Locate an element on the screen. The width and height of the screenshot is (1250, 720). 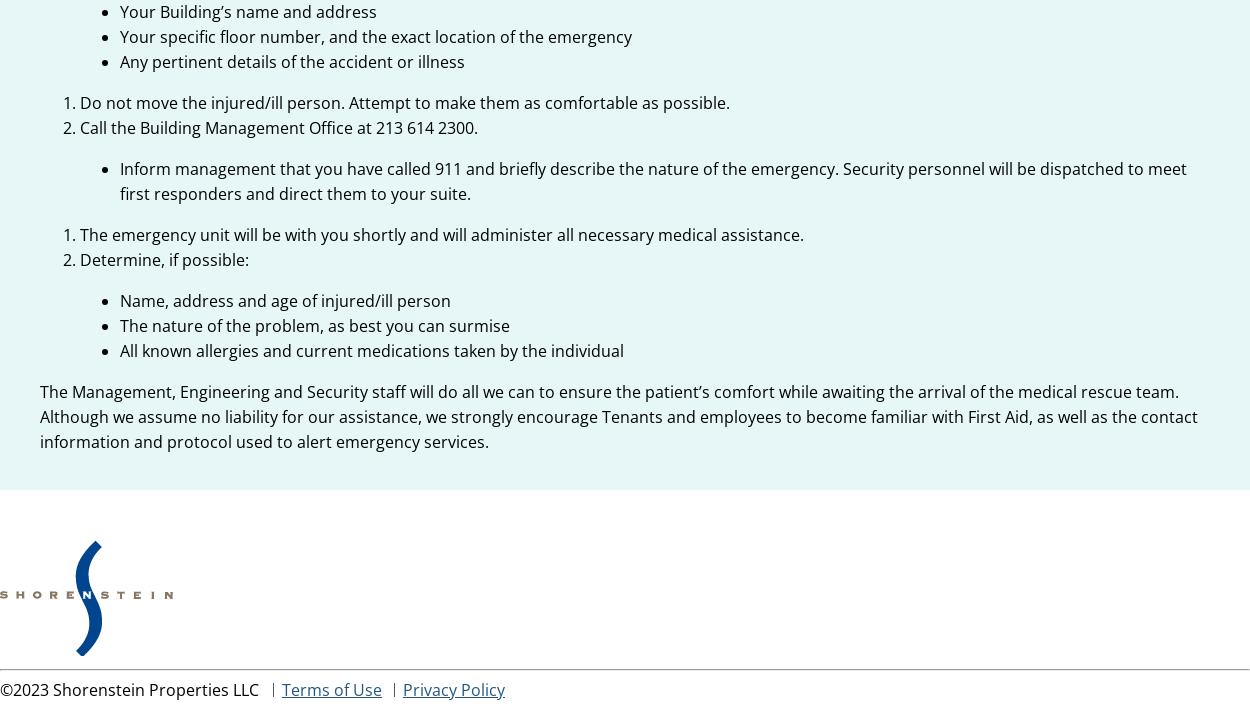
'The Management, Engineering and Security staff will do all we can to ensure the patient’s comfort while awaiting the arrival of the medical rescue team. Although we assume no liability for our assistance, we strongly encourage Tenants and employees to become familiar with First Aid, as well as the contact information and protocol used to alert emergency services.' is located at coordinates (618, 416).